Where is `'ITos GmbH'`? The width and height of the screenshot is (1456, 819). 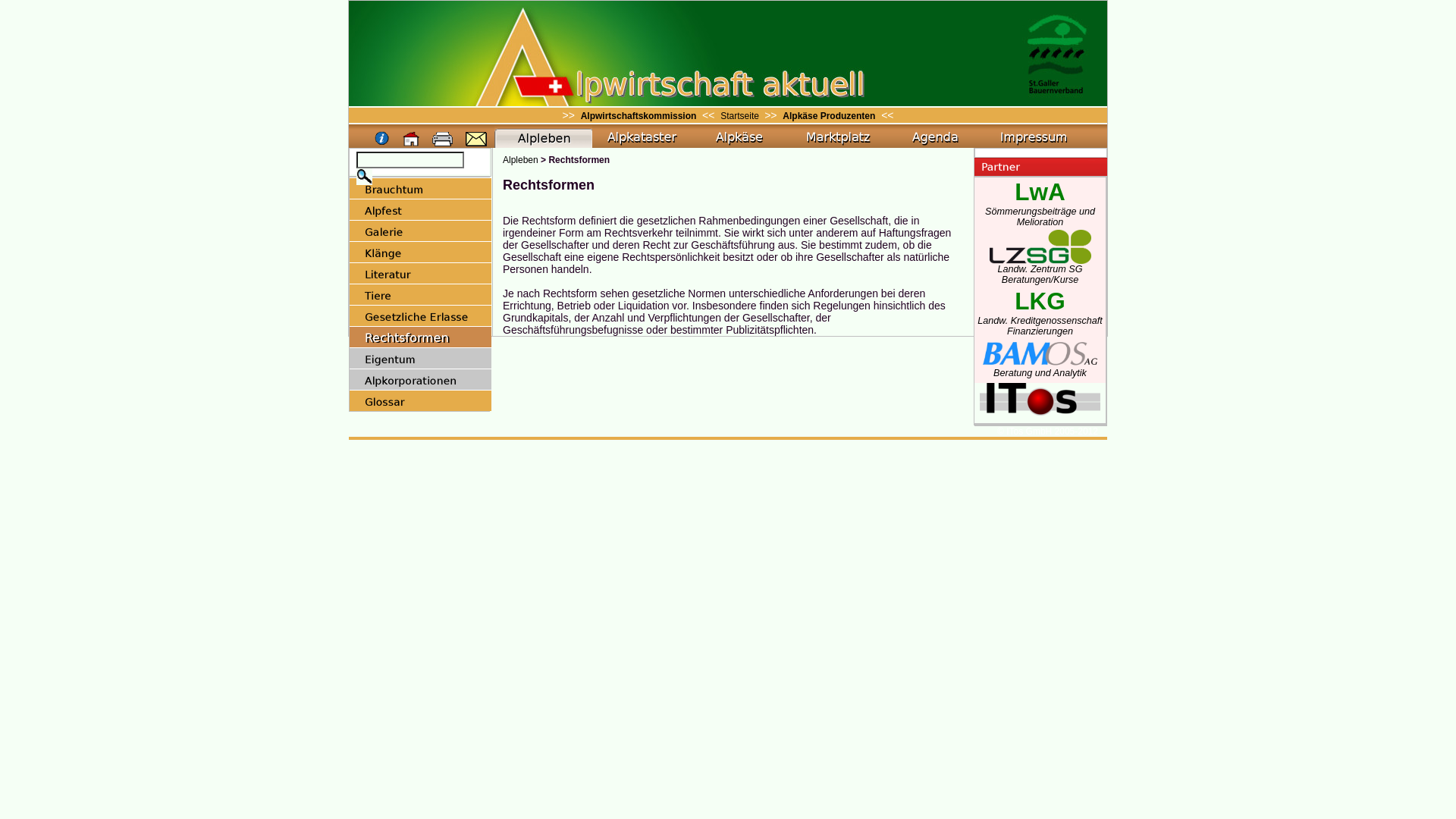 'ITos GmbH' is located at coordinates (1039, 409).